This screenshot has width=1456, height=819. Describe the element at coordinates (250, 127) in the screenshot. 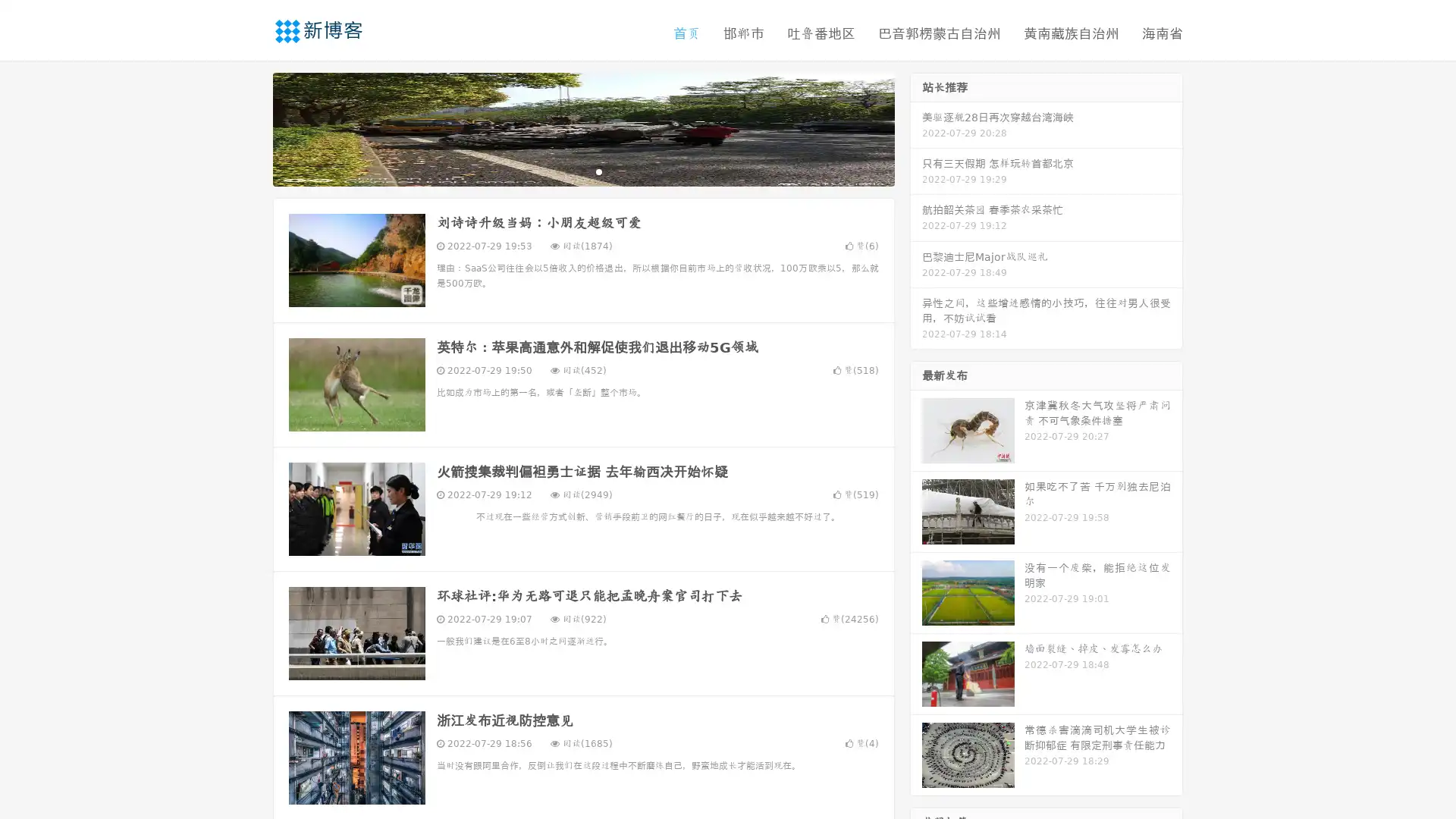

I see `Previous slide` at that location.